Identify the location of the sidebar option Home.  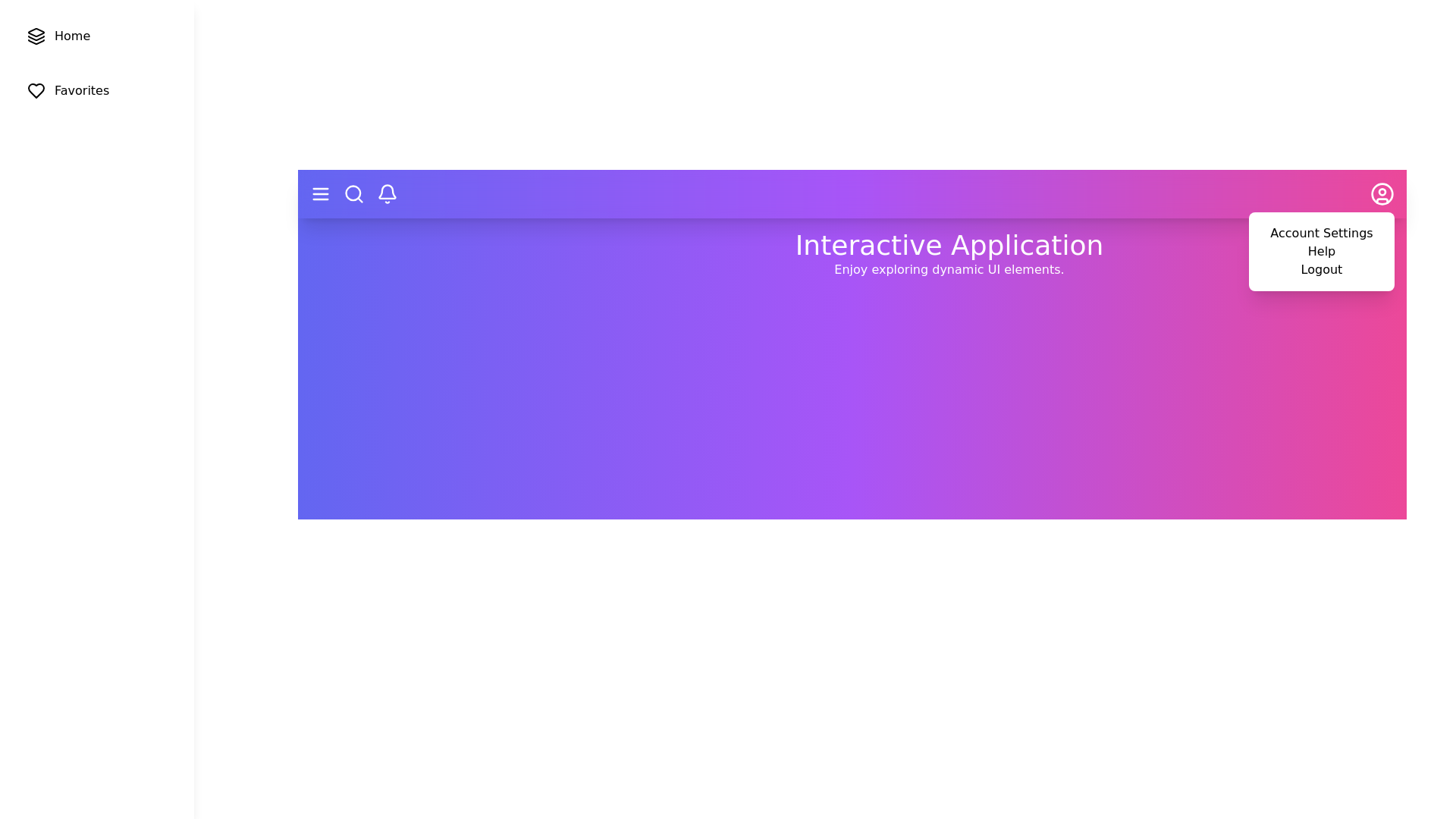
(96, 35).